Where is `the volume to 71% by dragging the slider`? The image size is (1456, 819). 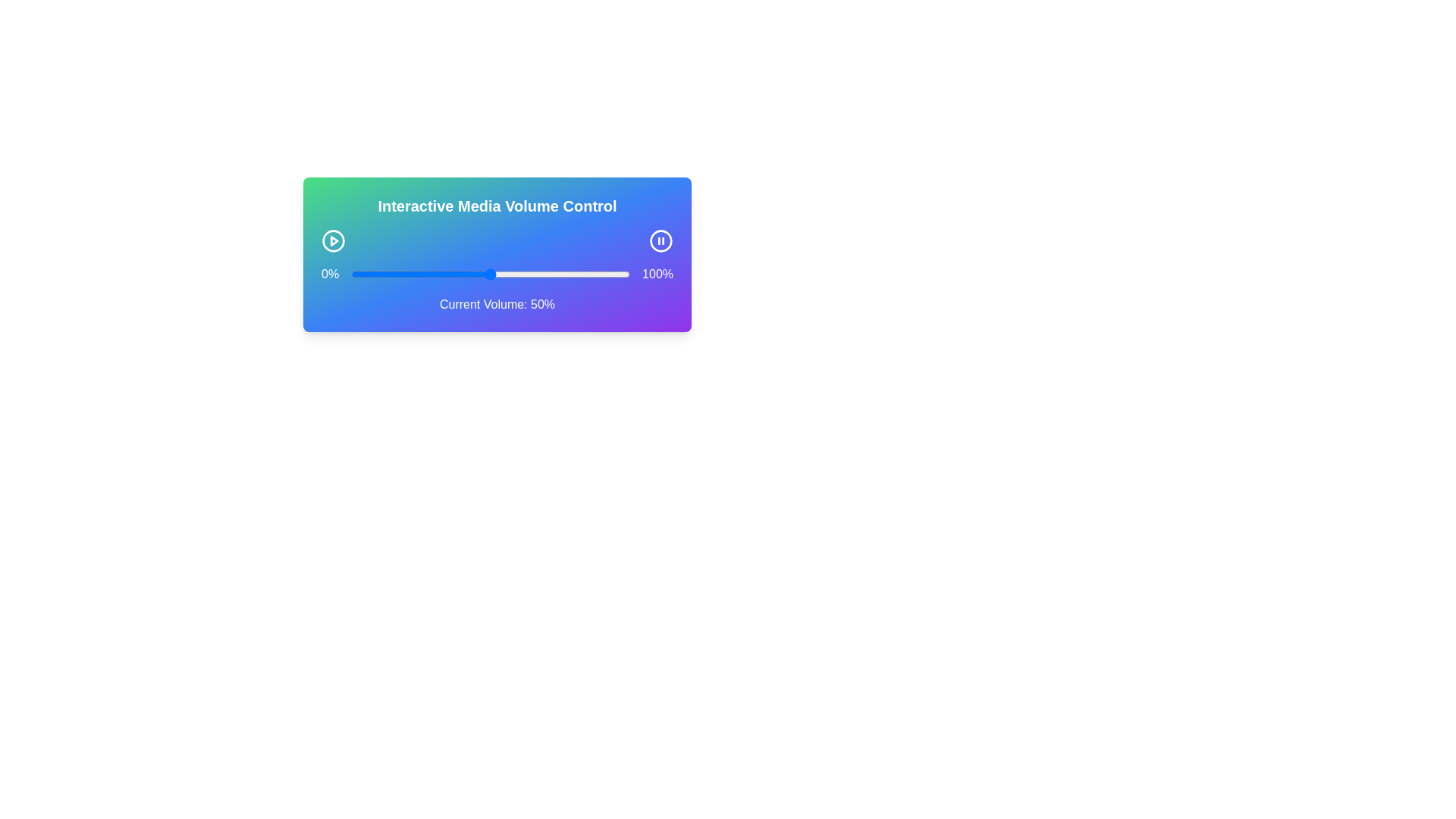
the volume to 71% by dragging the slider is located at coordinates (548, 275).